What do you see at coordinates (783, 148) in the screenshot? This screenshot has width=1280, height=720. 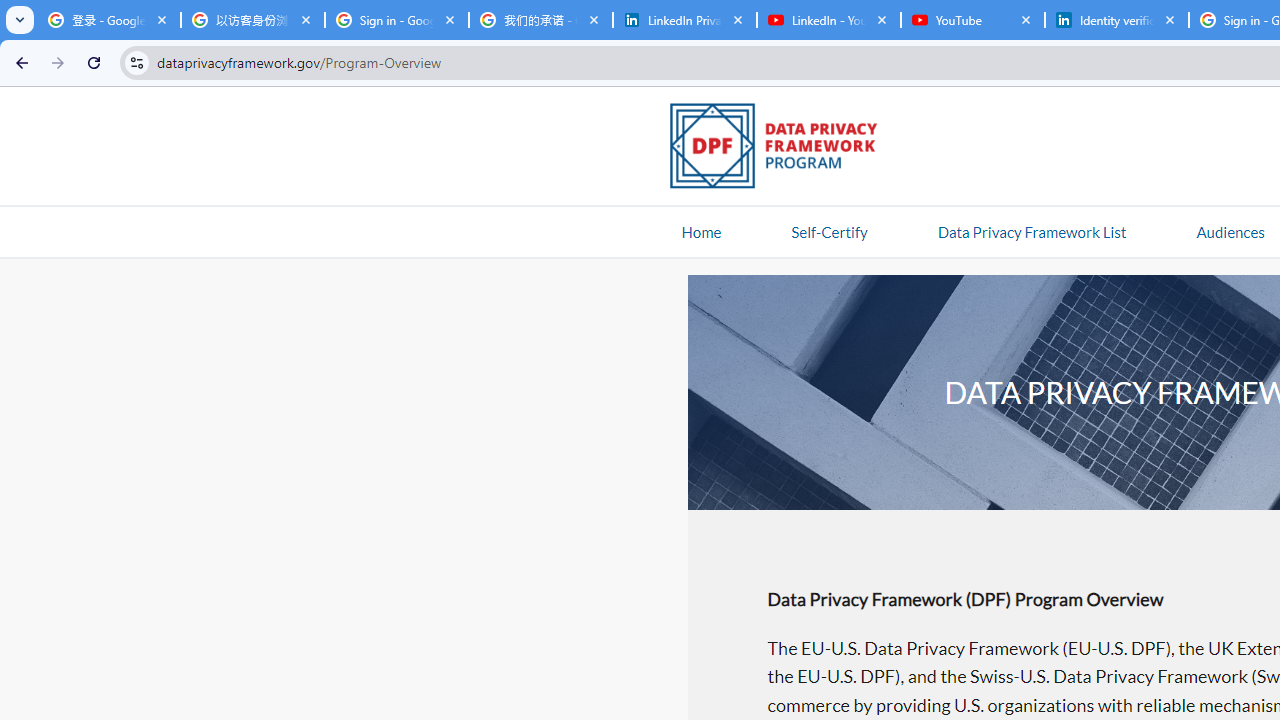 I see `'Data Privacy Framework Logo - Link to Homepage'` at bounding box center [783, 148].